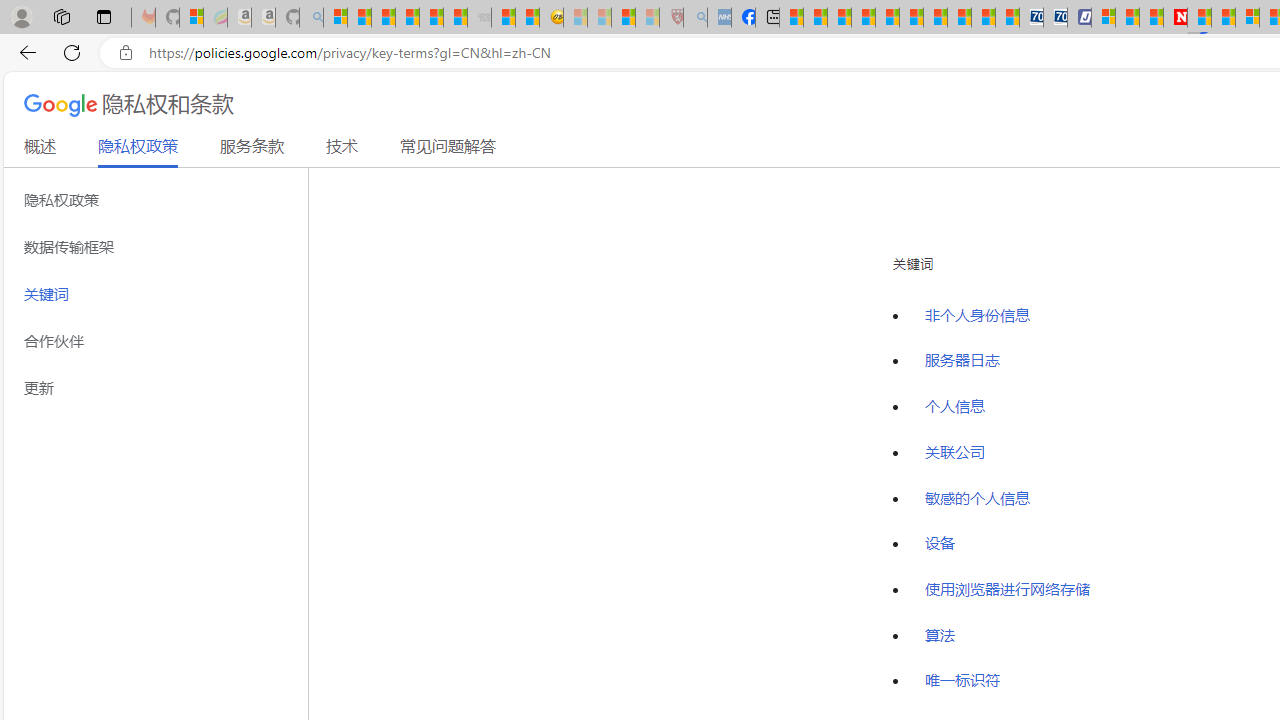 The height and width of the screenshot is (720, 1280). Describe the element at coordinates (647, 17) in the screenshot. I see `'12 Popular Science Lies that Must be Corrected - Sleeping'` at that location.